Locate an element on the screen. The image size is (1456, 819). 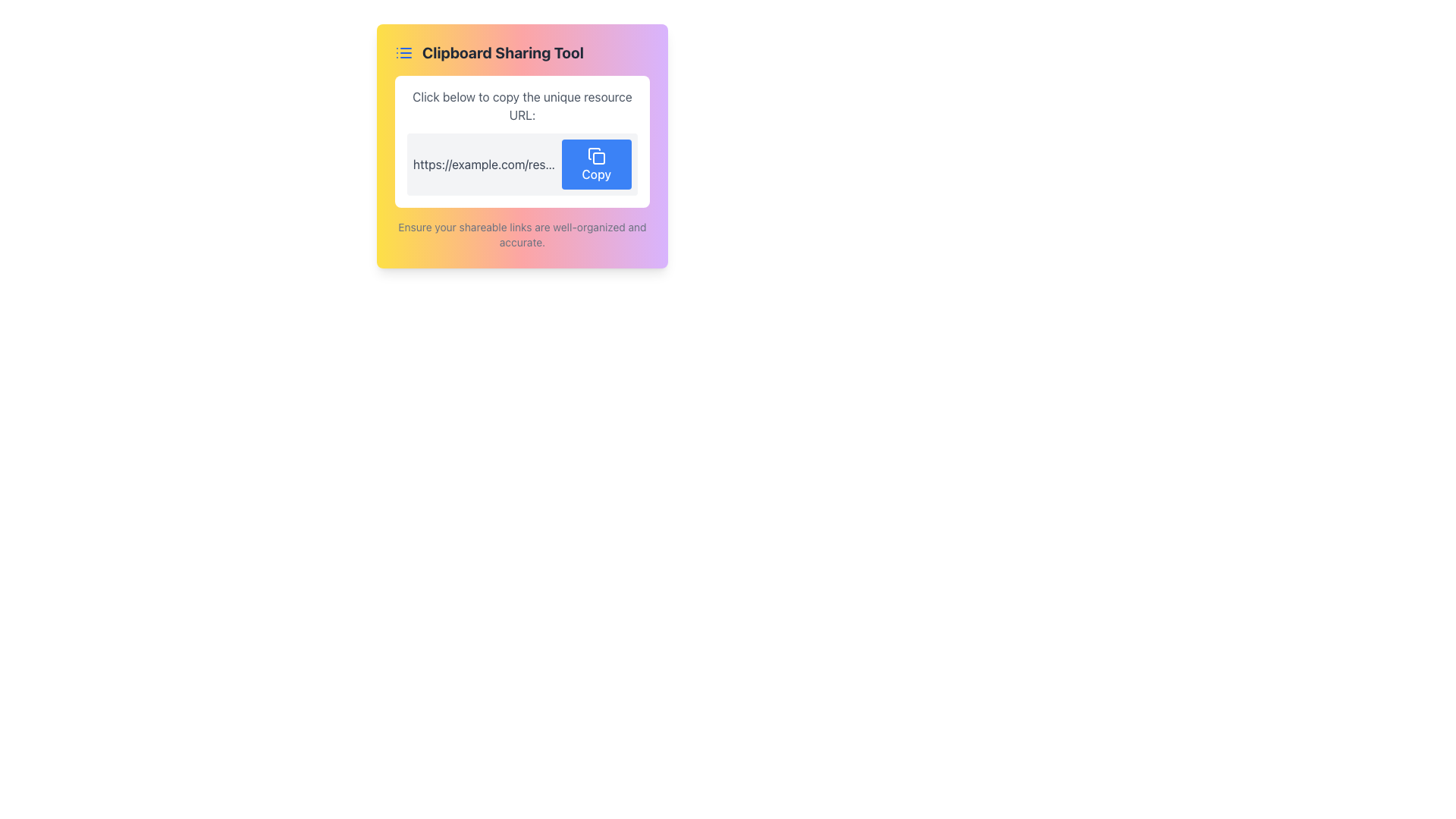
the aesthetic contribution of the stylized document corner icon located above the blue 'Copy' button in the interface is located at coordinates (593, 153).